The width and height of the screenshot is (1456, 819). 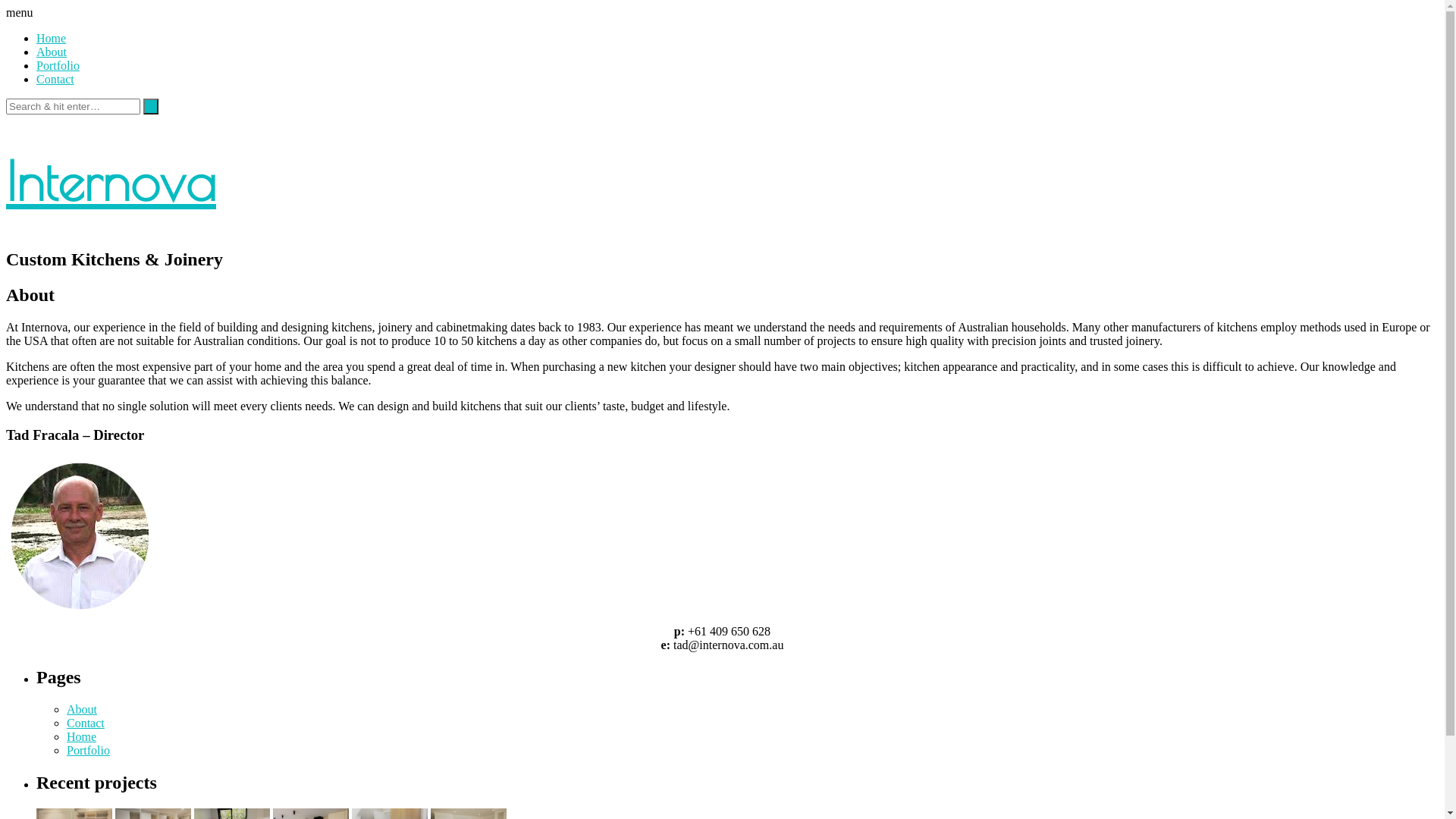 I want to click on 'Portfolio', so click(x=87, y=749).